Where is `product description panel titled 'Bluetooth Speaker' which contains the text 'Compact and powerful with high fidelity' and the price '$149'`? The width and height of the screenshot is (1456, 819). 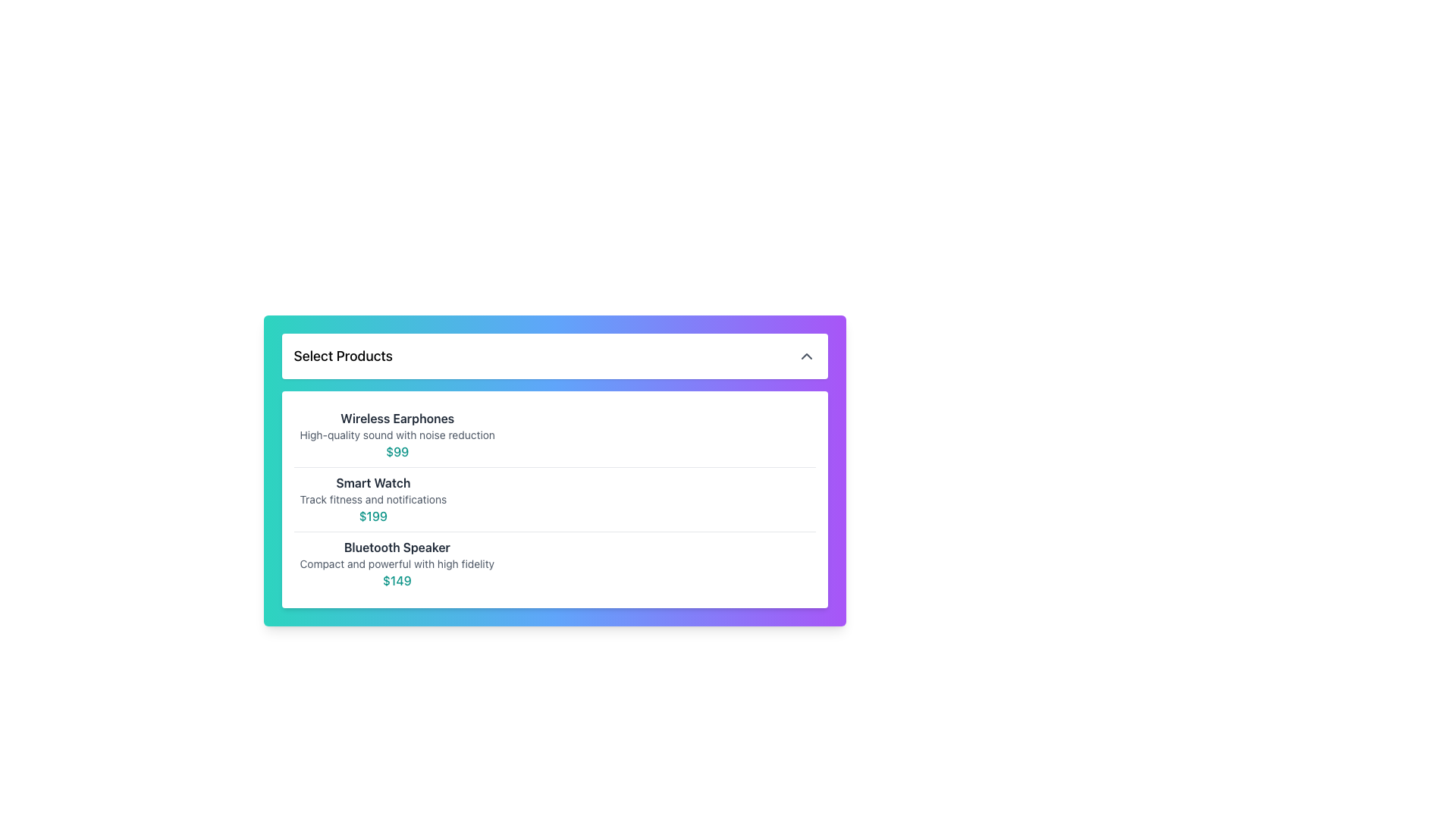 product description panel titled 'Bluetooth Speaker' which contains the text 'Compact and powerful with high fidelity' and the price '$149' is located at coordinates (397, 564).